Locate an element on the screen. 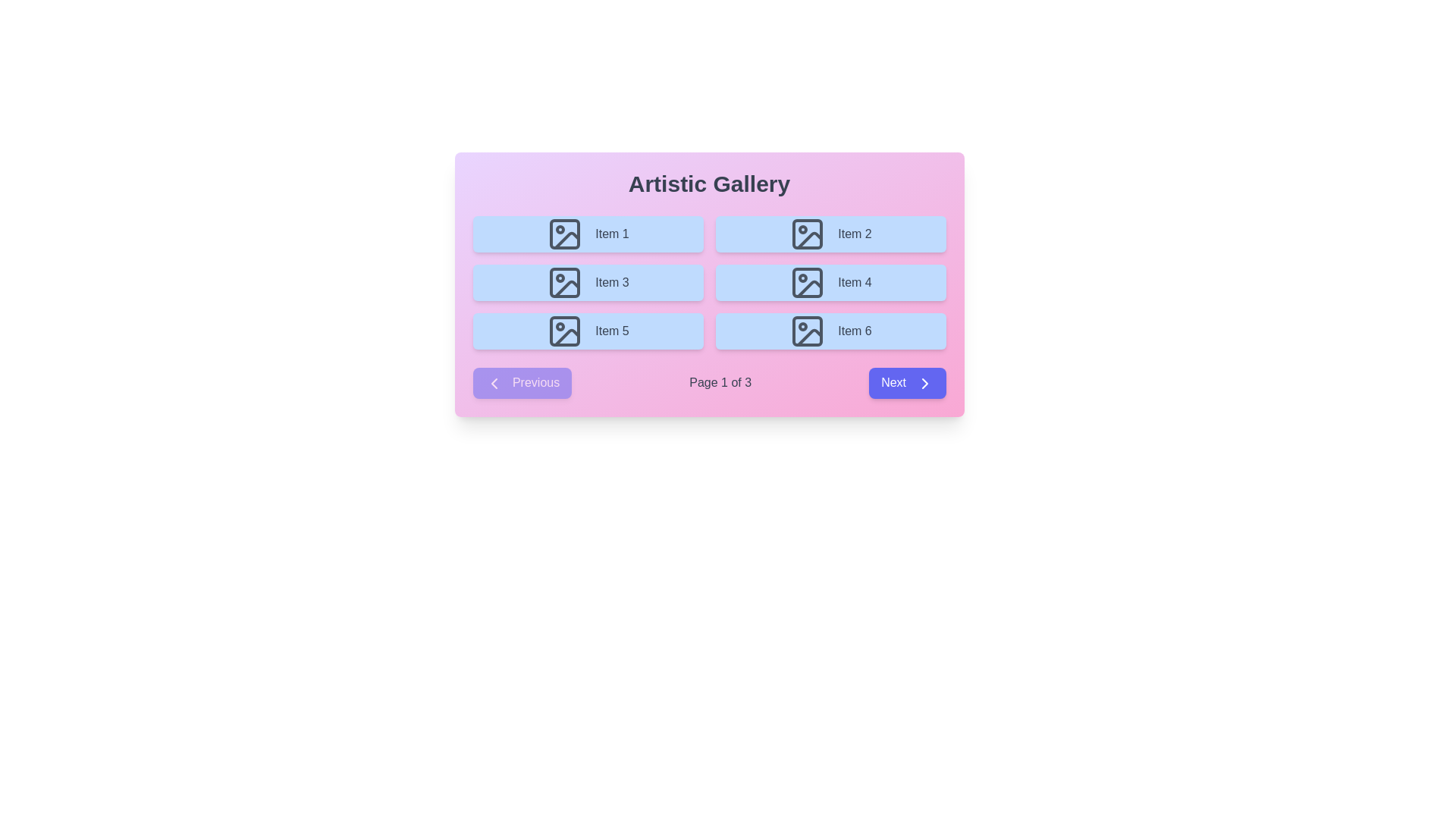 This screenshot has width=1456, height=819. the visual representation of the SVG icon depicting an image symbol, styled with a gray stroke, located within the top-left section of 'Item 1' is located at coordinates (564, 234).